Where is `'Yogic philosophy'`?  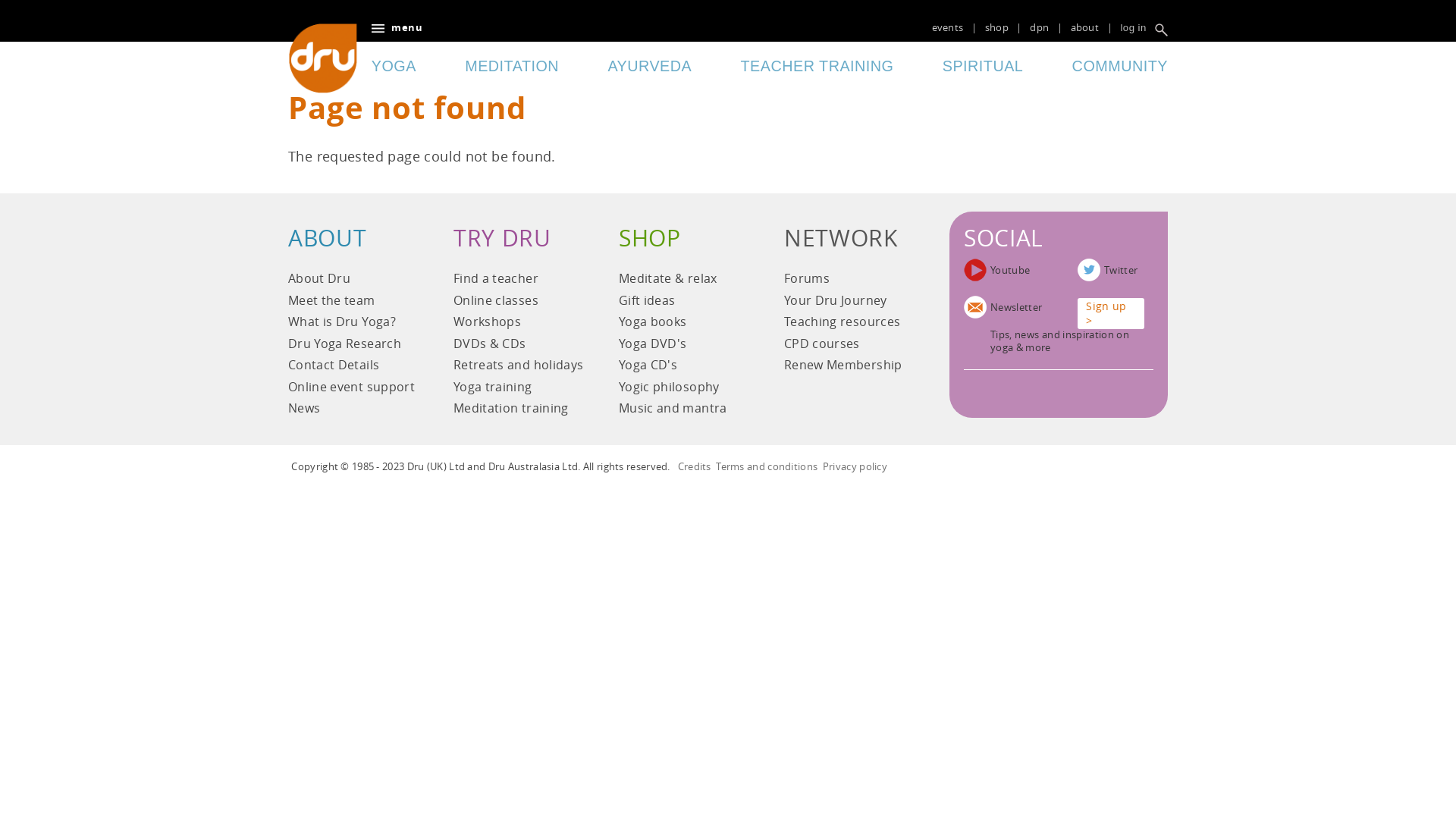 'Yogic philosophy' is located at coordinates (683, 388).